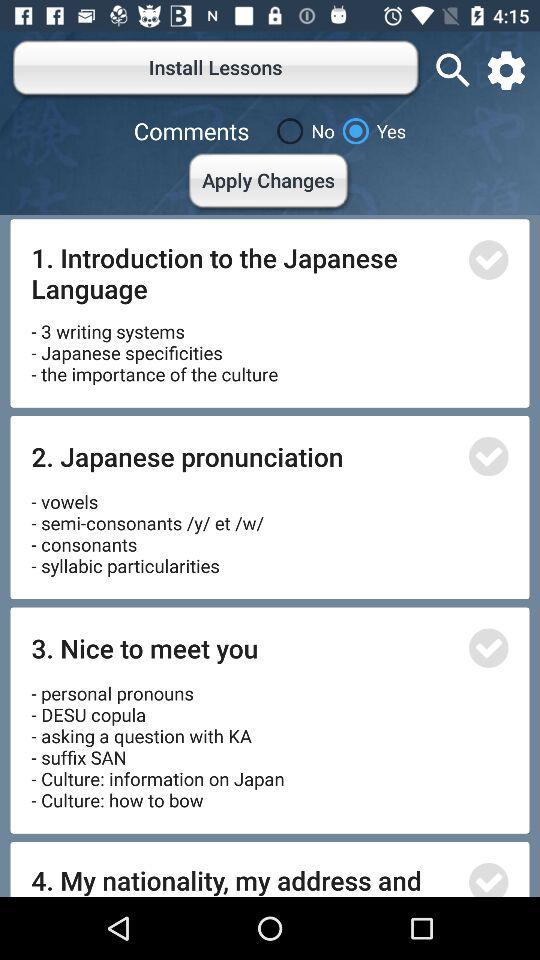 The height and width of the screenshot is (960, 540). I want to click on install, so click(487, 259).